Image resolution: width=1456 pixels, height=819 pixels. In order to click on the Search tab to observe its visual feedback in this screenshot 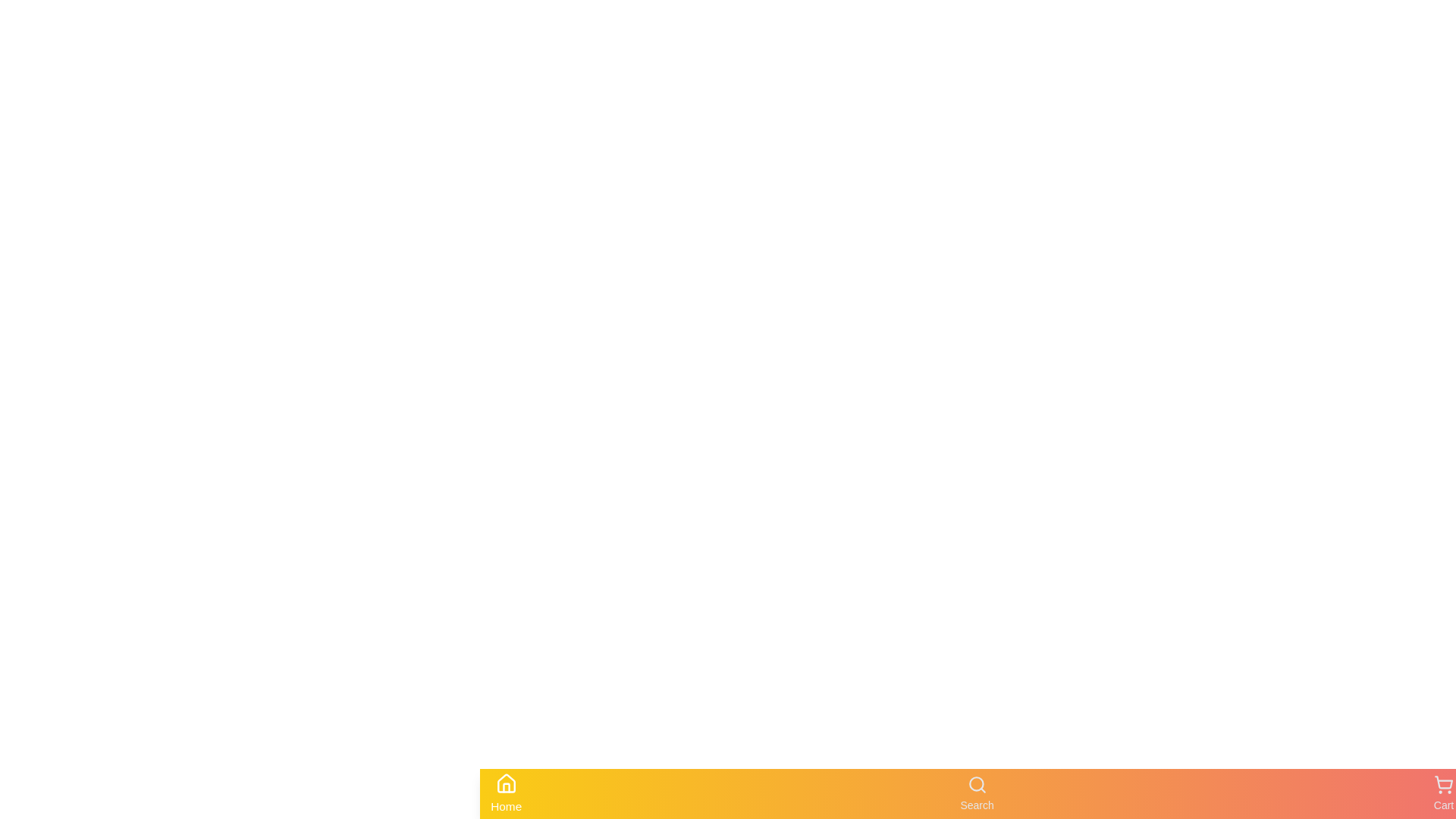, I will do `click(977, 792)`.